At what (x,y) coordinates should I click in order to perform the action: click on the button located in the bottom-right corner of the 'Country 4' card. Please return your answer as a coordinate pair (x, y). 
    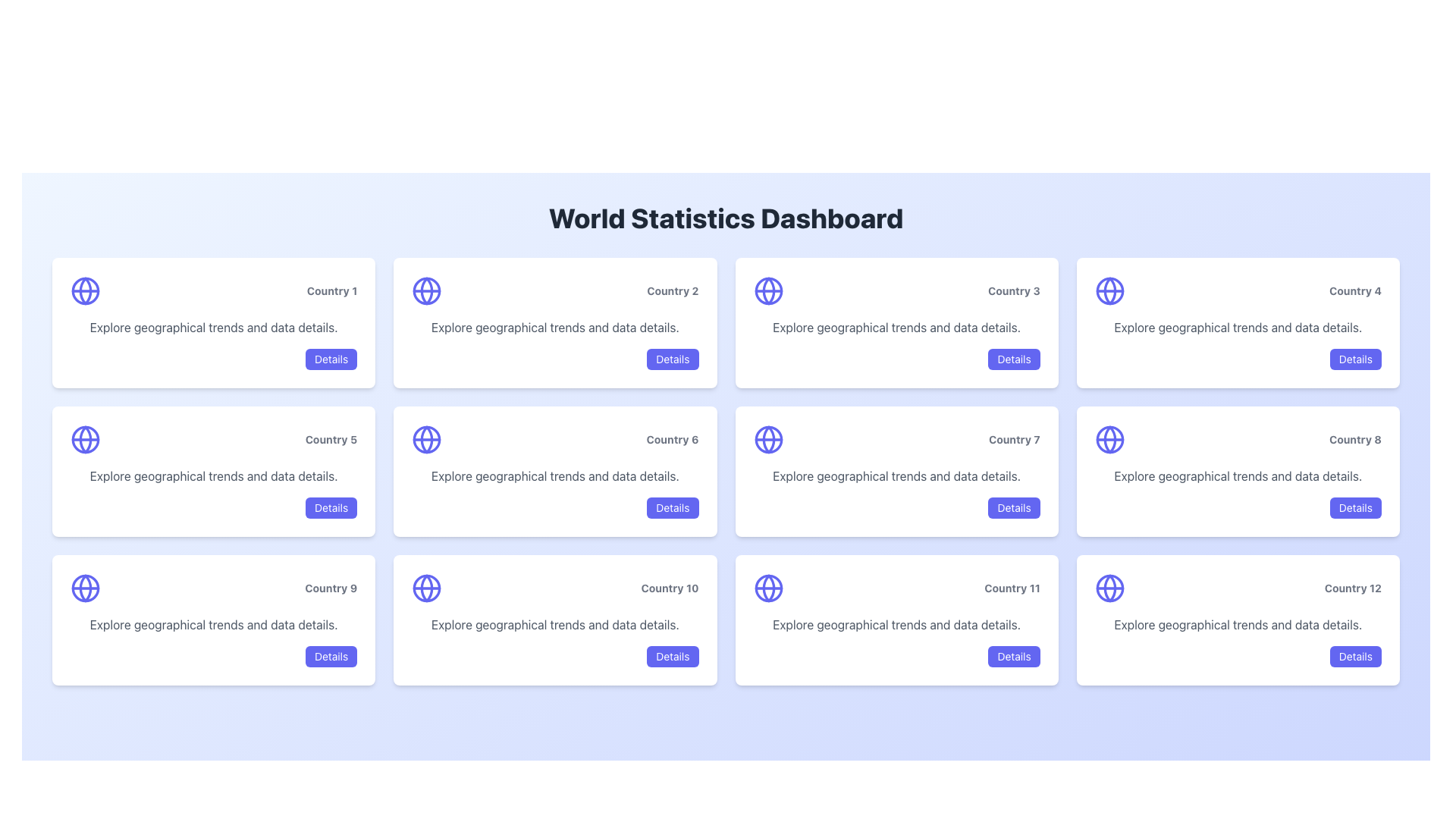
    Looking at the image, I should click on (1355, 359).